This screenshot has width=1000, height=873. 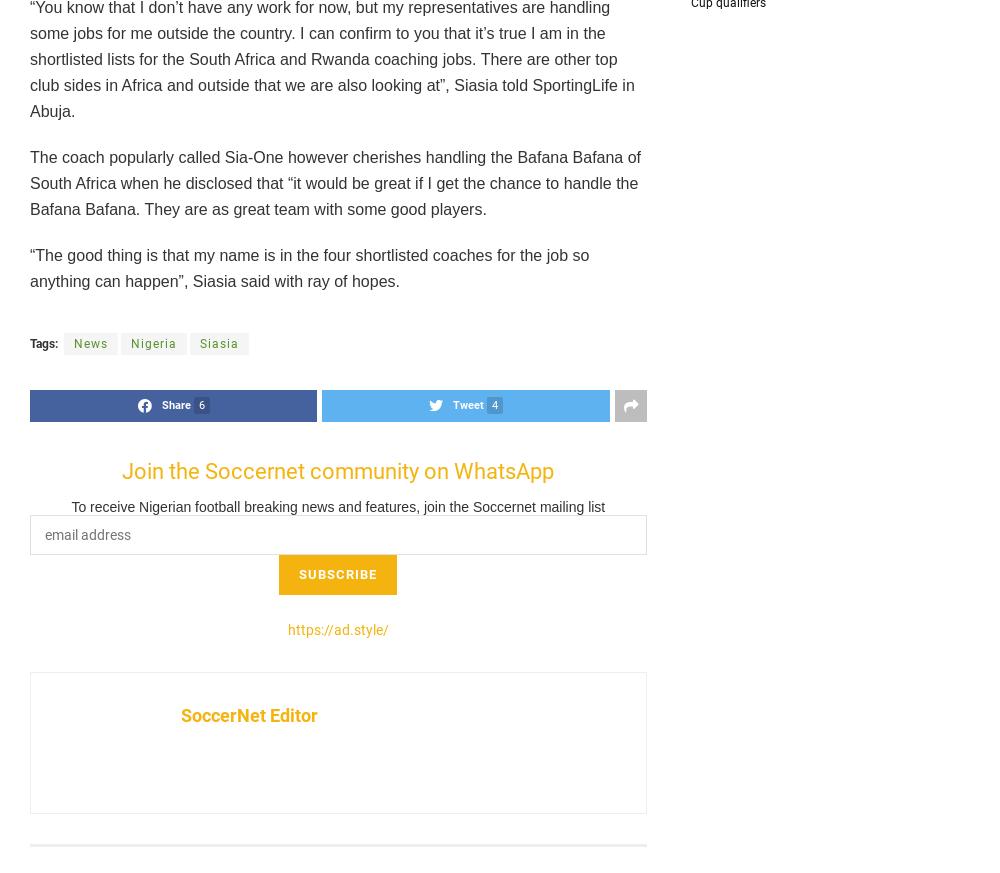 What do you see at coordinates (466, 404) in the screenshot?
I see `'Tweet'` at bounding box center [466, 404].